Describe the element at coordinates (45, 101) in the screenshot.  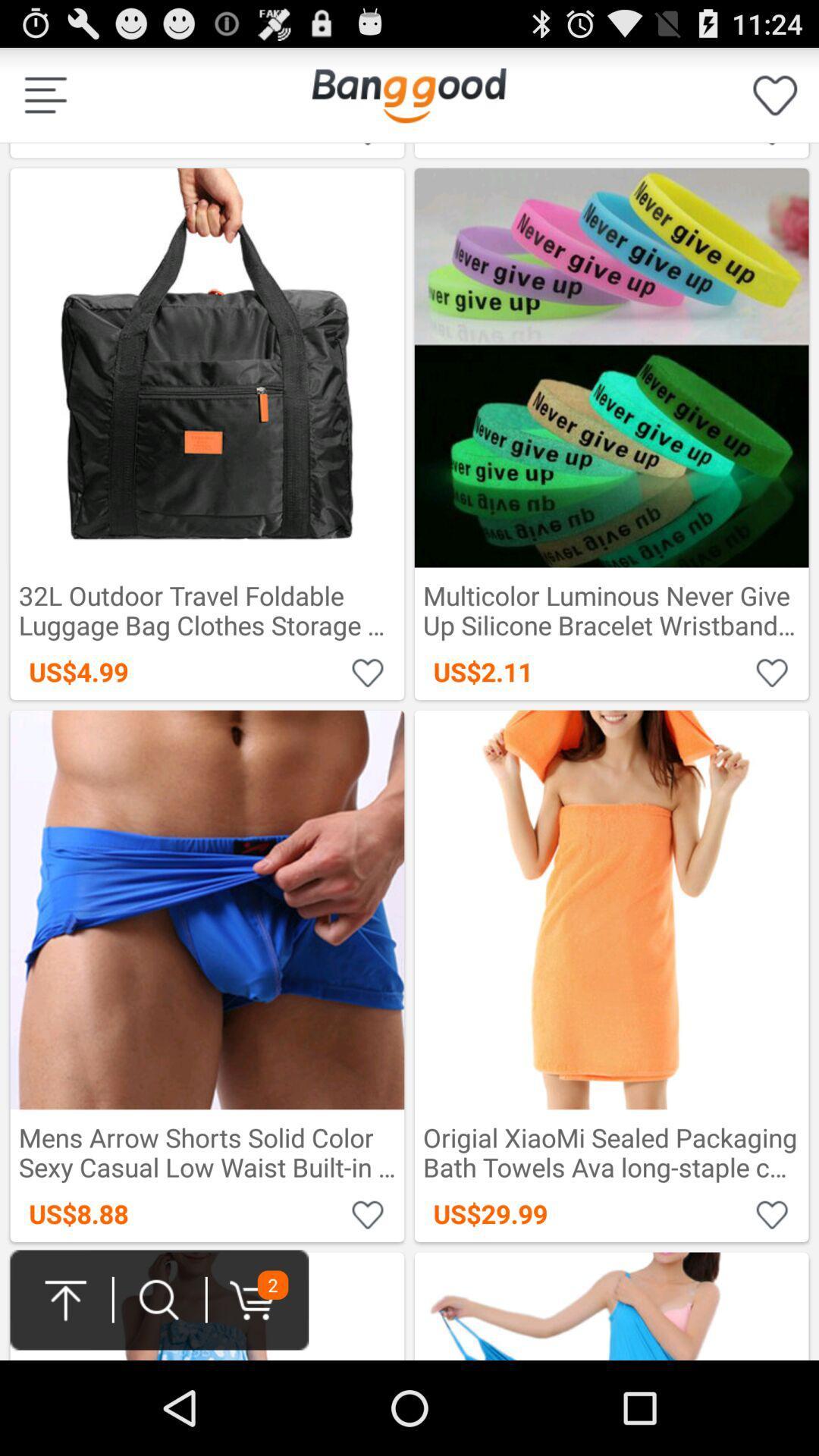
I see `the menu icon` at that location.